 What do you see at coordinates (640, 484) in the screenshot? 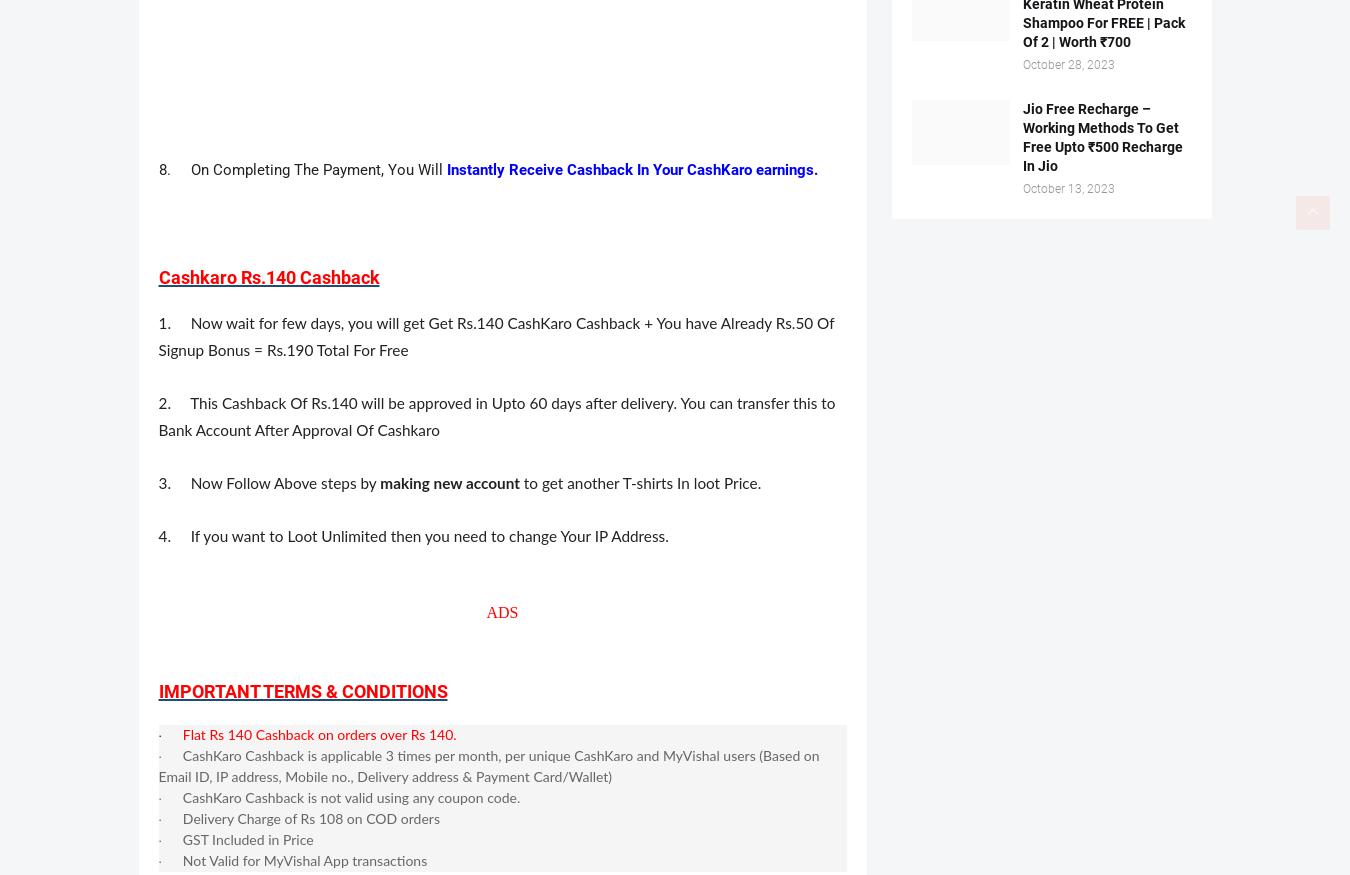
I see `'to get another T-shirts In loot Price.'` at bounding box center [640, 484].